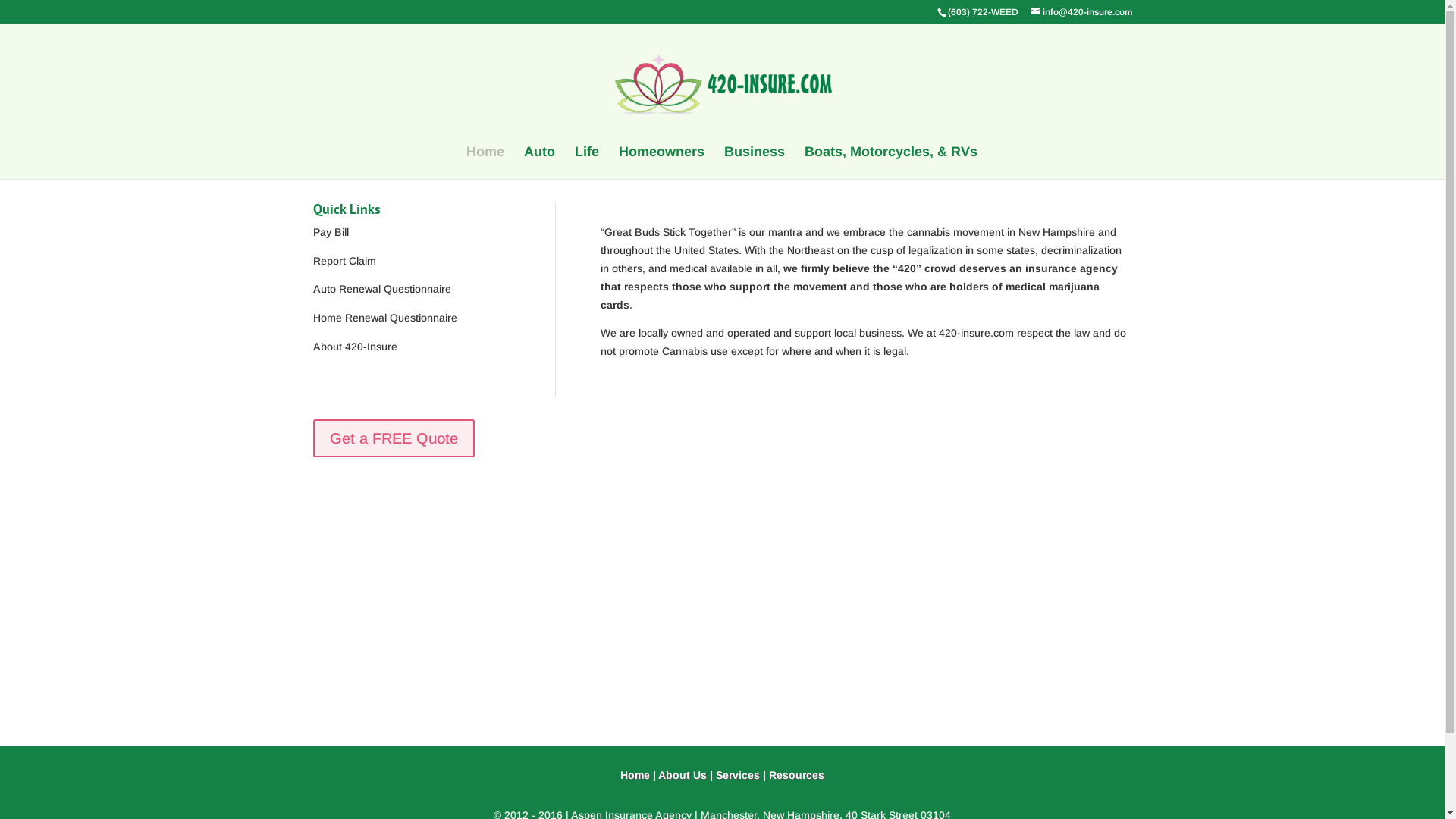 The height and width of the screenshot is (819, 1456). I want to click on 'Auto', so click(538, 162).